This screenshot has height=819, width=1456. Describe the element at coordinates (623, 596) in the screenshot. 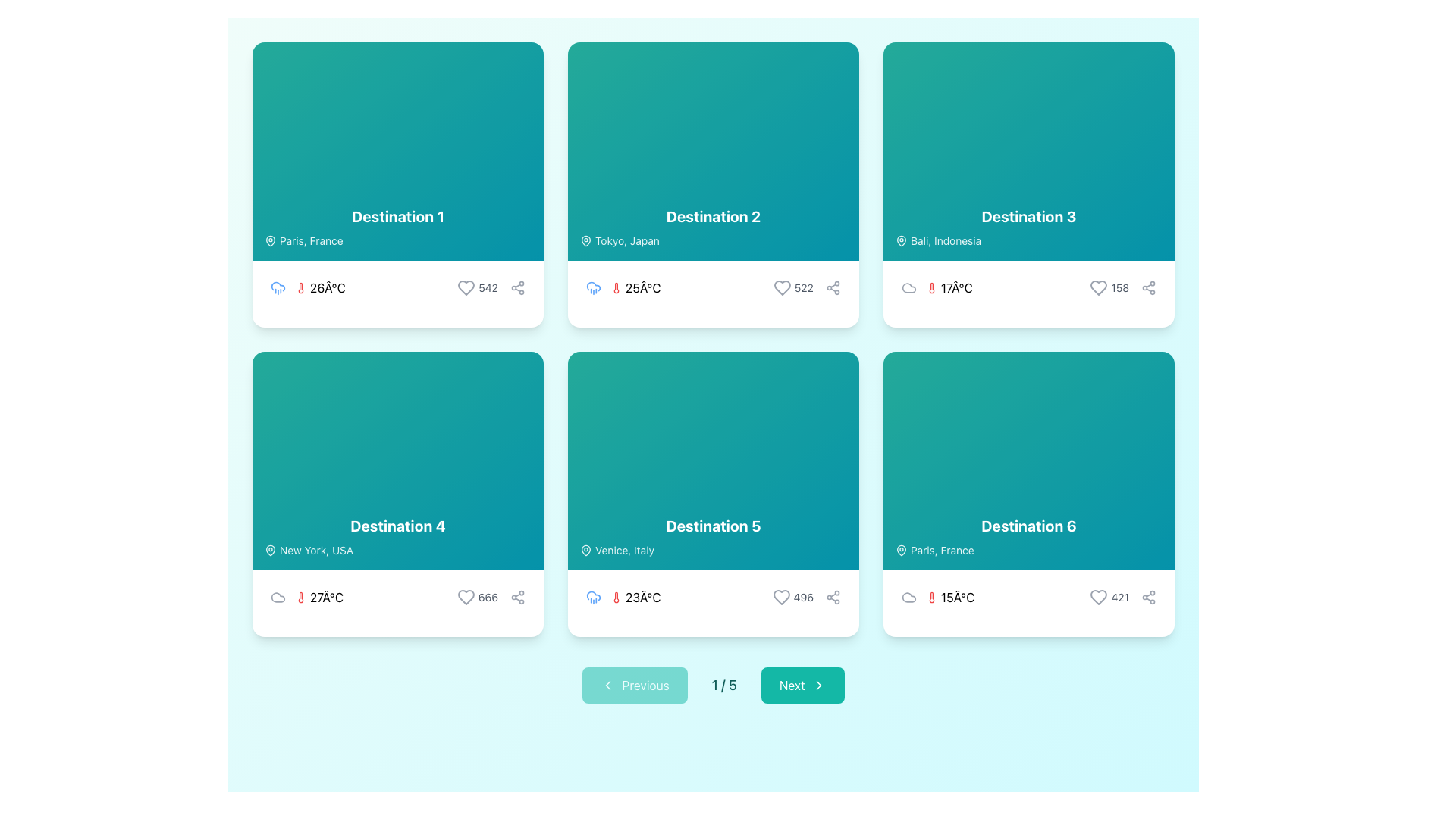

I see `temperature display label located within the fifth card labeled 'Destination 5' below the destination label 'Venice, Italy'` at that location.